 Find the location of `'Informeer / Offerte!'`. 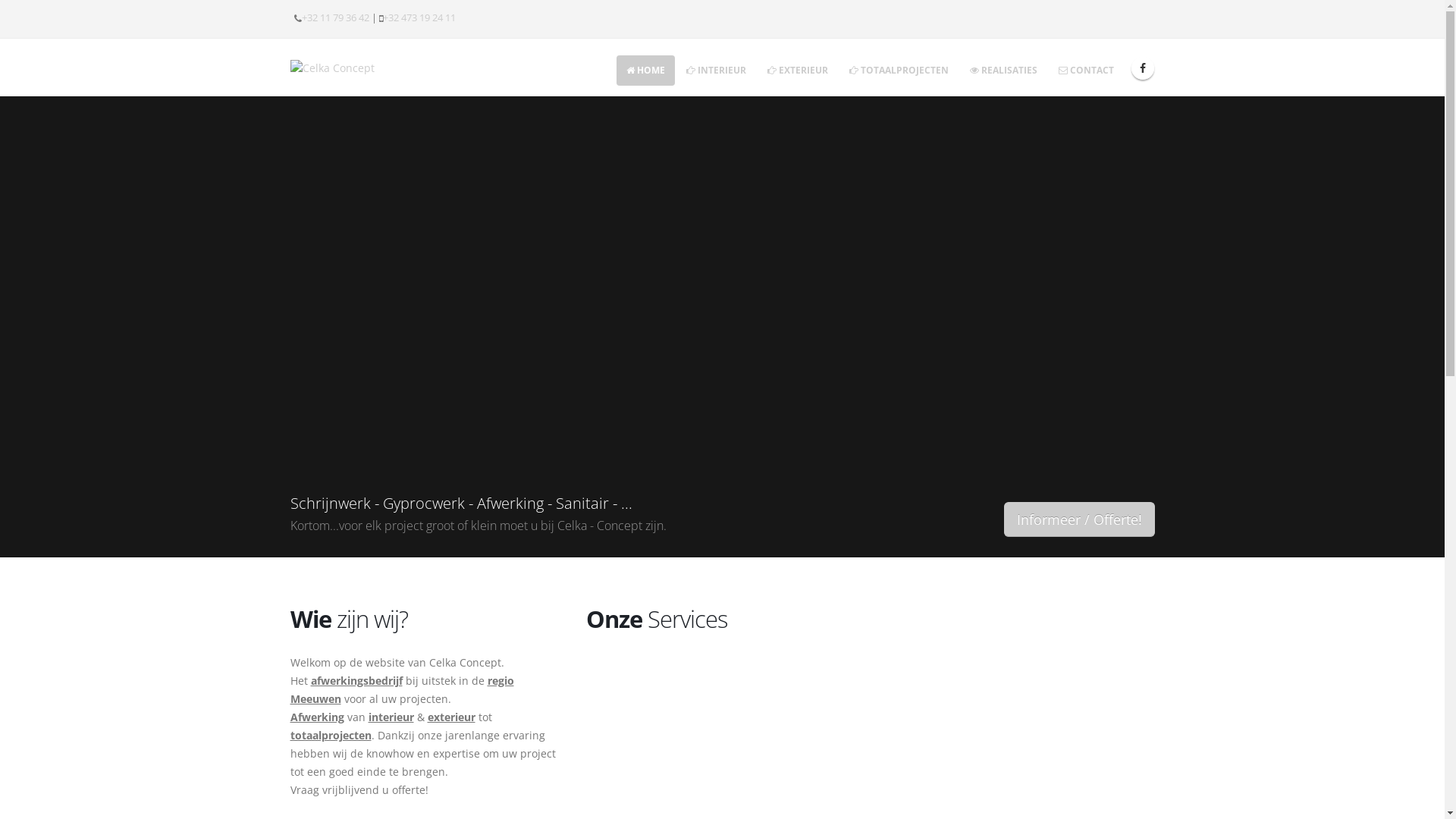

'Informeer / Offerte!' is located at coordinates (1078, 519).